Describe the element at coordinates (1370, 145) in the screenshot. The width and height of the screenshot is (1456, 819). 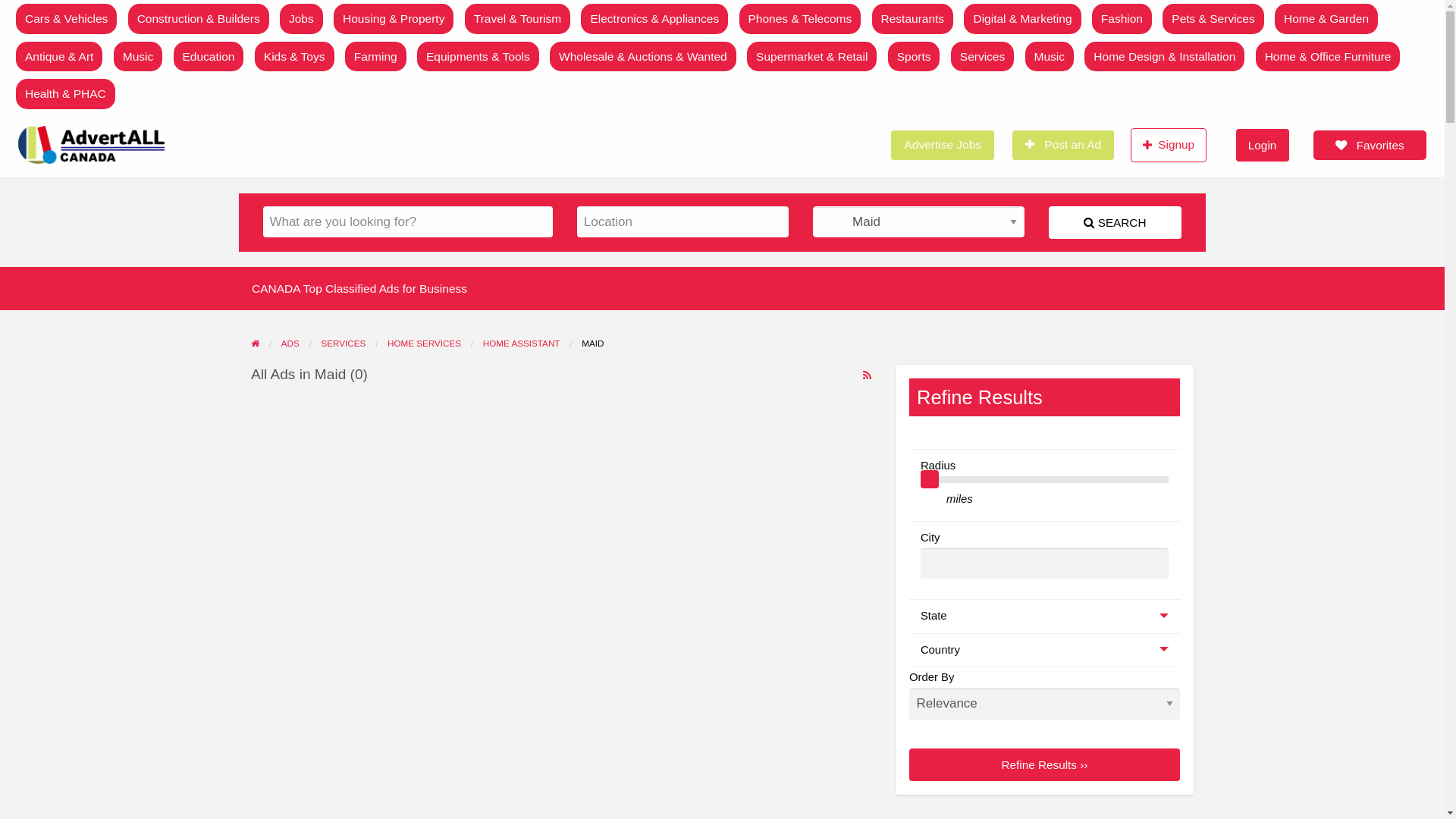
I see `'Favorites'` at that location.